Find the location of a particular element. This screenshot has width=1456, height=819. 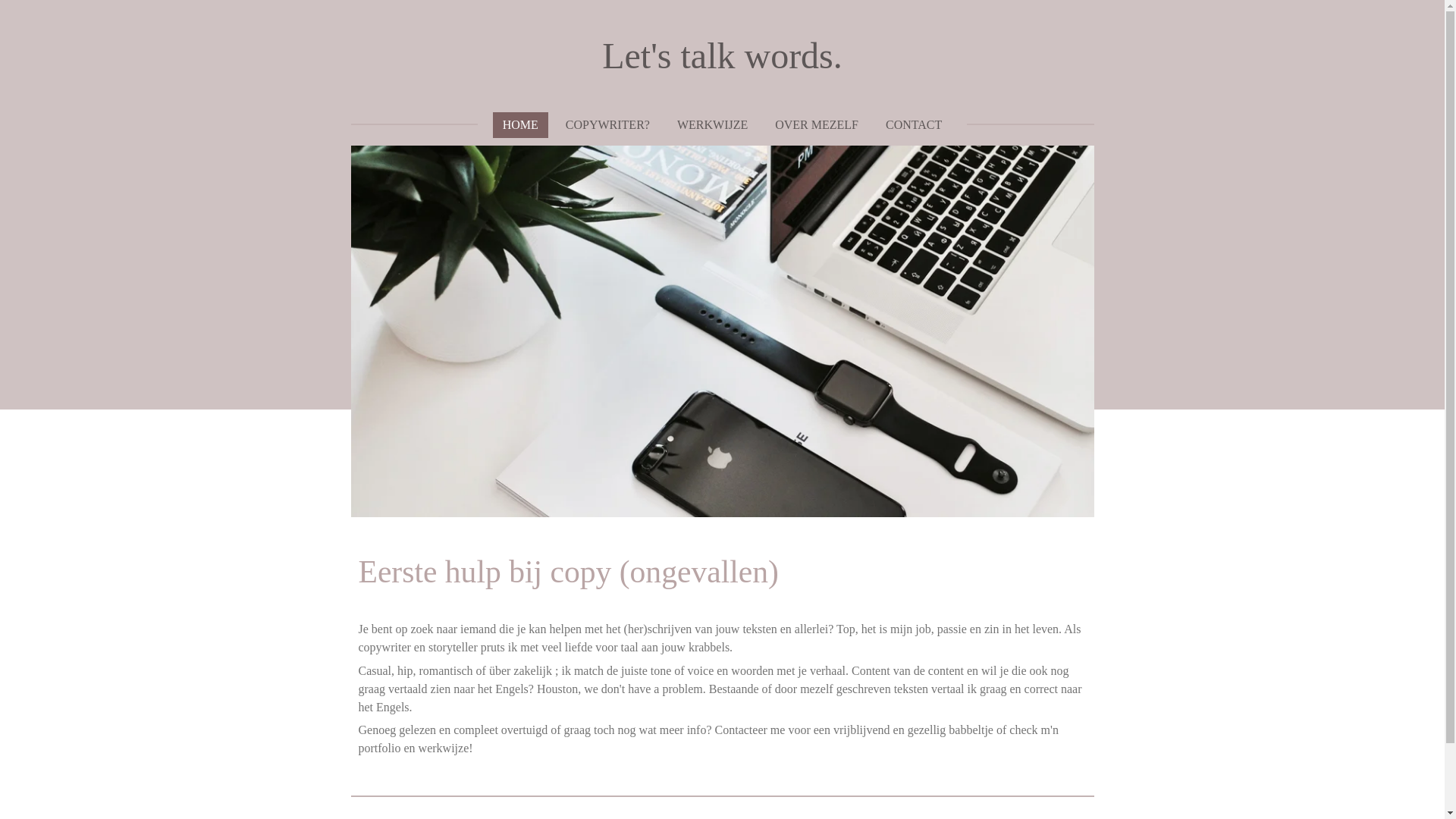

'CONTACT' is located at coordinates (912, 124).